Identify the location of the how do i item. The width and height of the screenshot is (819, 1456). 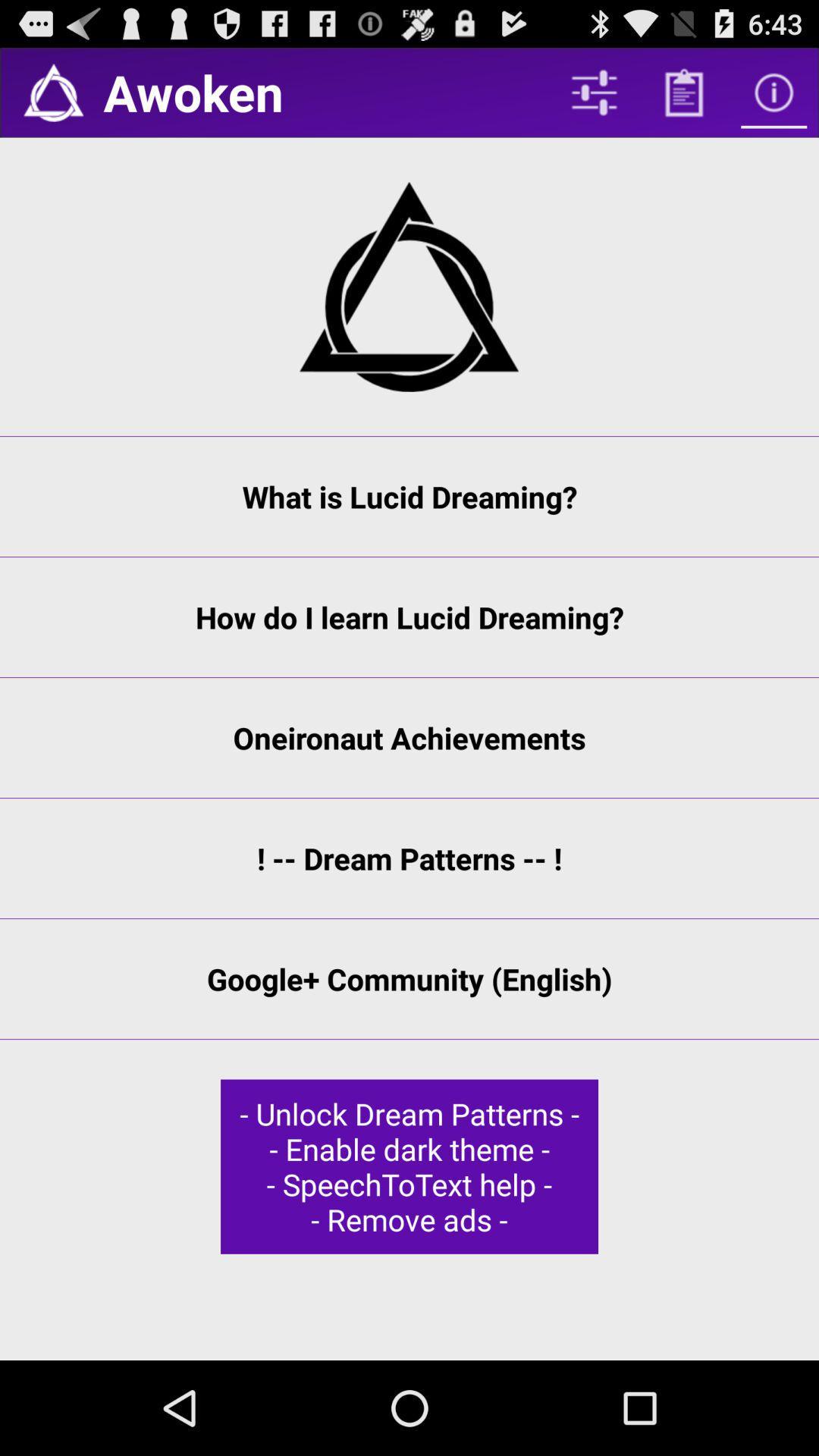
(409, 617).